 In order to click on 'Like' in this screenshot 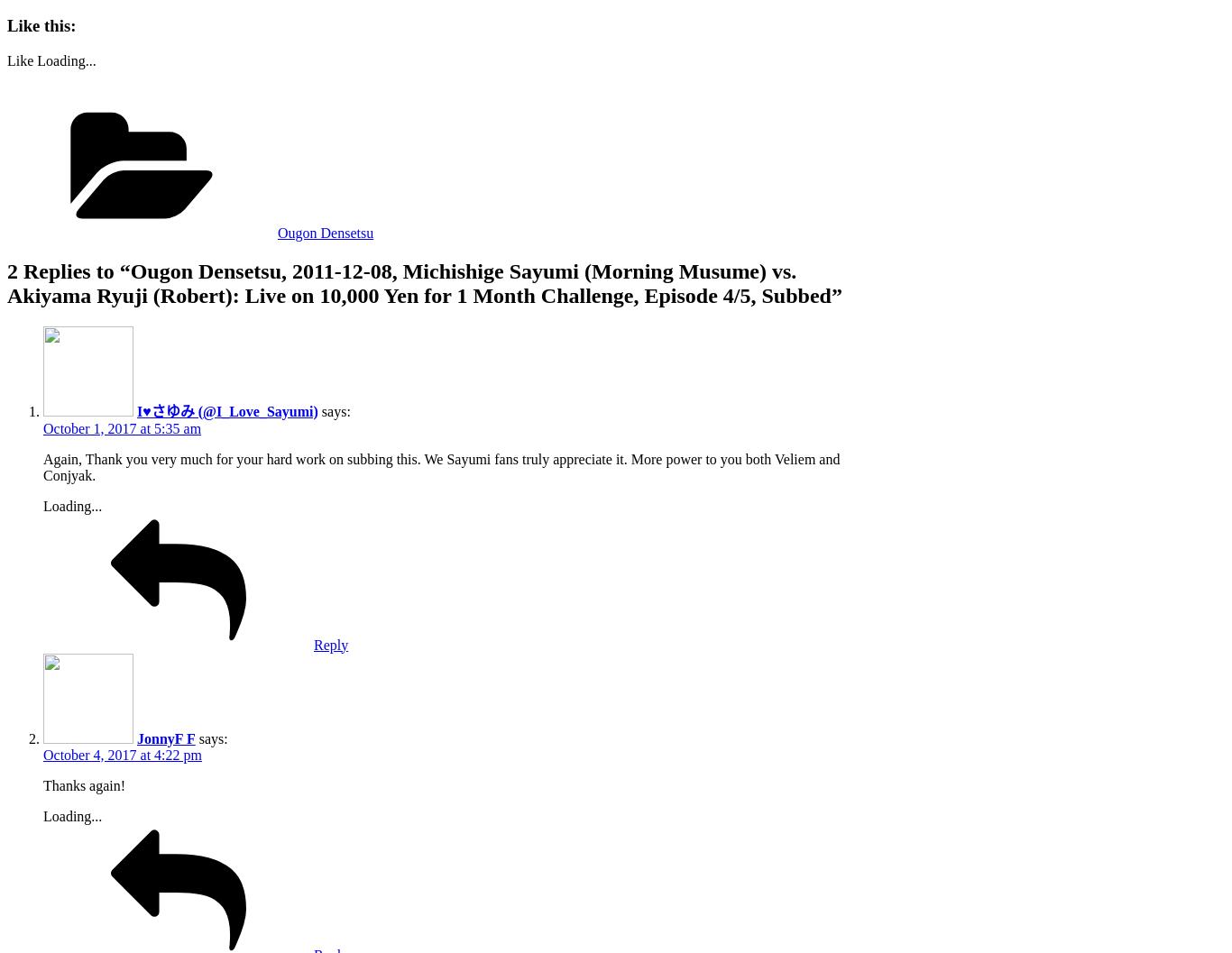, I will do `click(7, 60)`.